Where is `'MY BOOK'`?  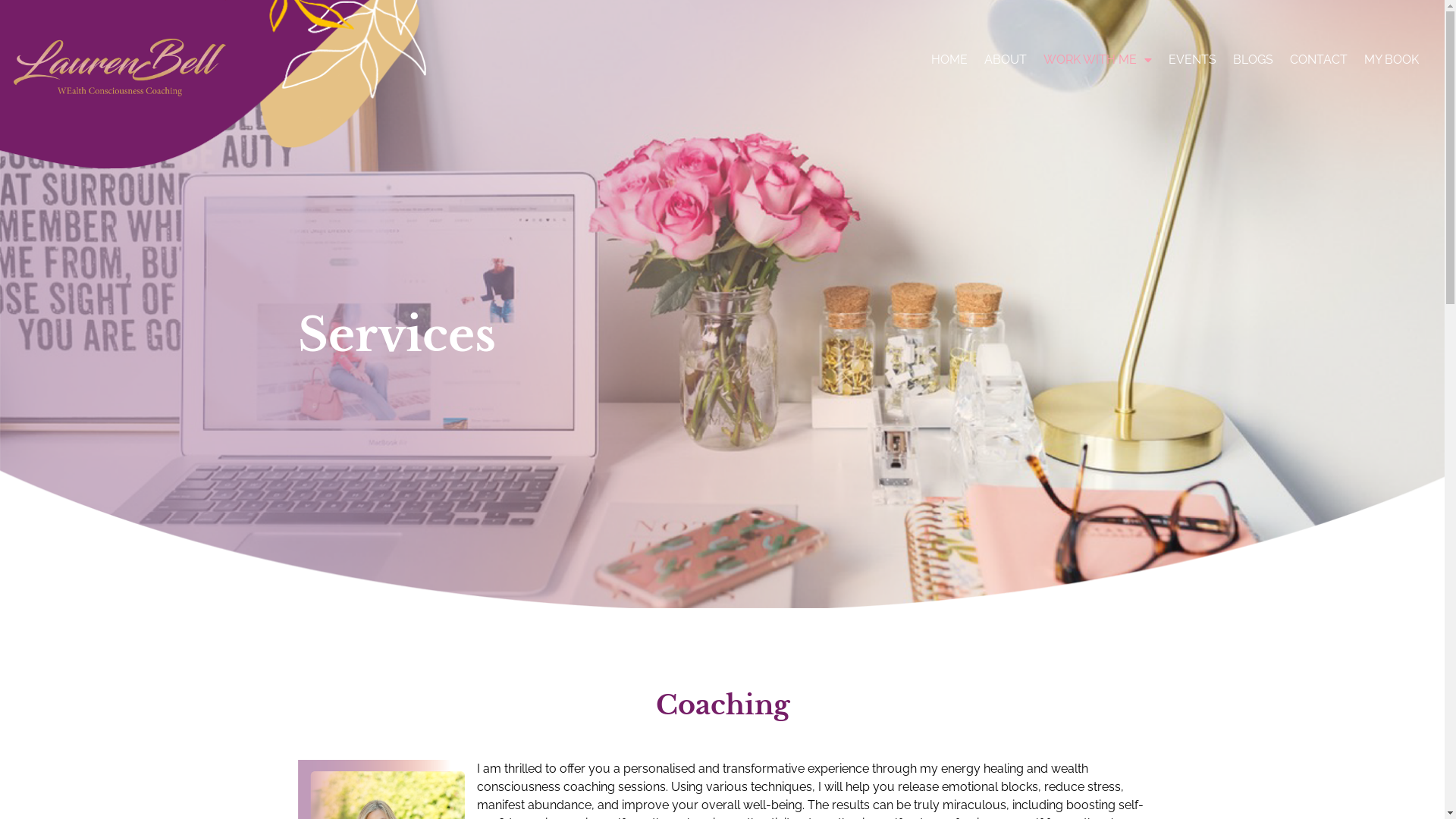
'MY BOOK' is located at coordinates (1391, 58).